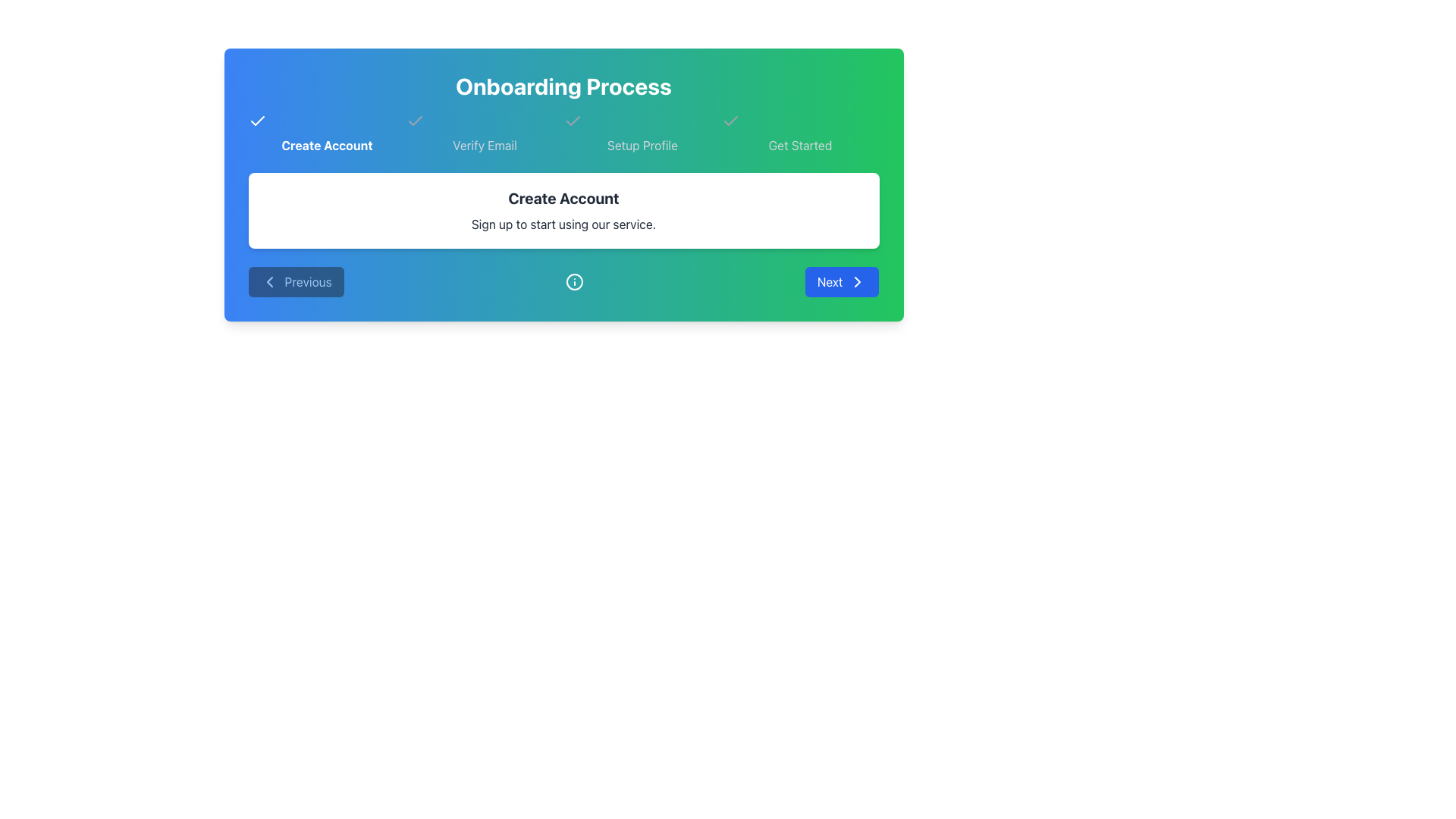 The height and width of the screenshot is (819, 1456). What do you see at coordinates (841, 281) in the screenshot?
I see `the blue rectangular button labeled 'Next' located at the bottom-right of the interface` at bounding box center [841, 281].